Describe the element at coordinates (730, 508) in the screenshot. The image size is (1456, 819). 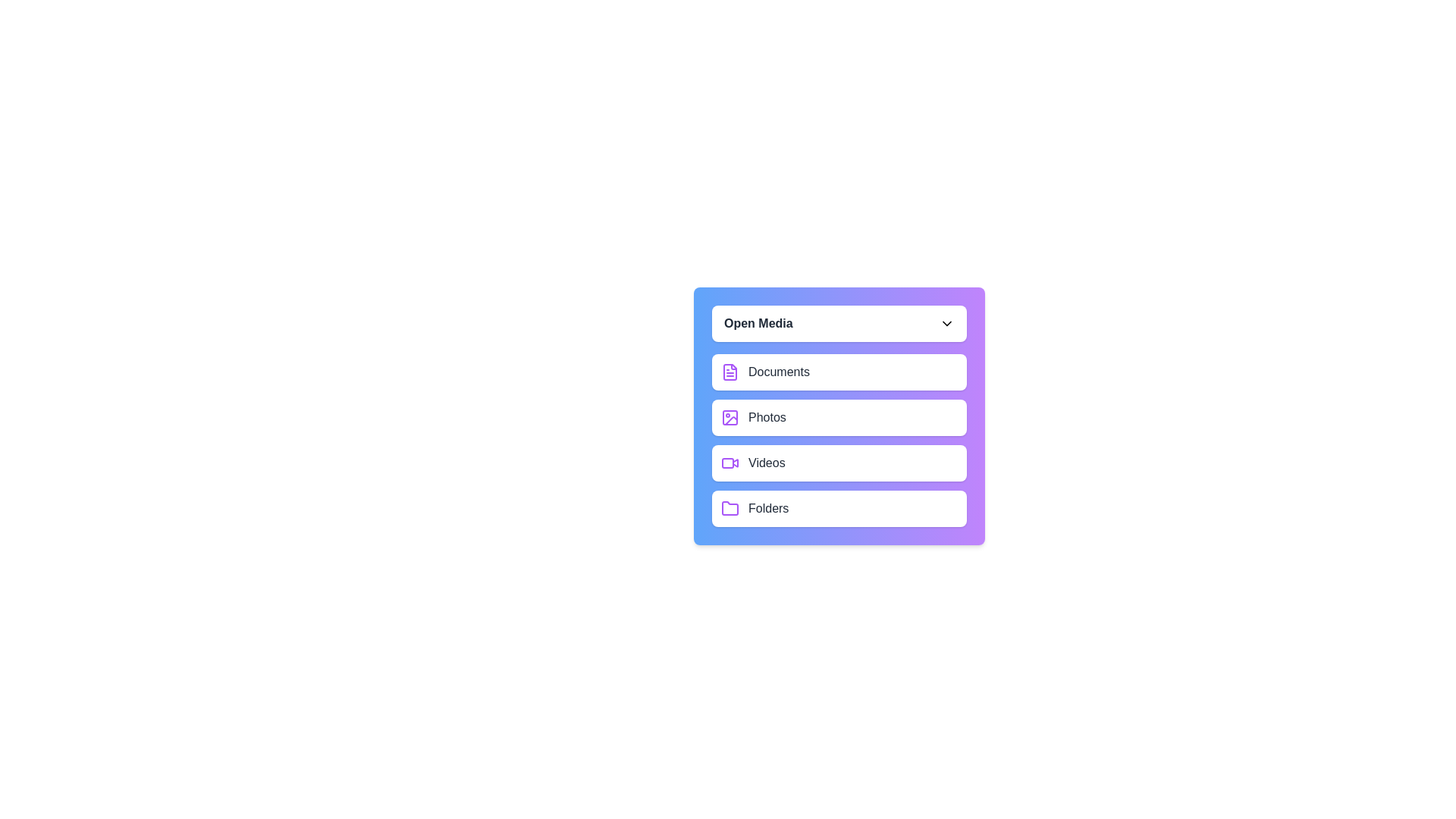
I see `the folder icon located to the left of the 'Folders' text in the 'Open Media' dropdown menu` at that location.